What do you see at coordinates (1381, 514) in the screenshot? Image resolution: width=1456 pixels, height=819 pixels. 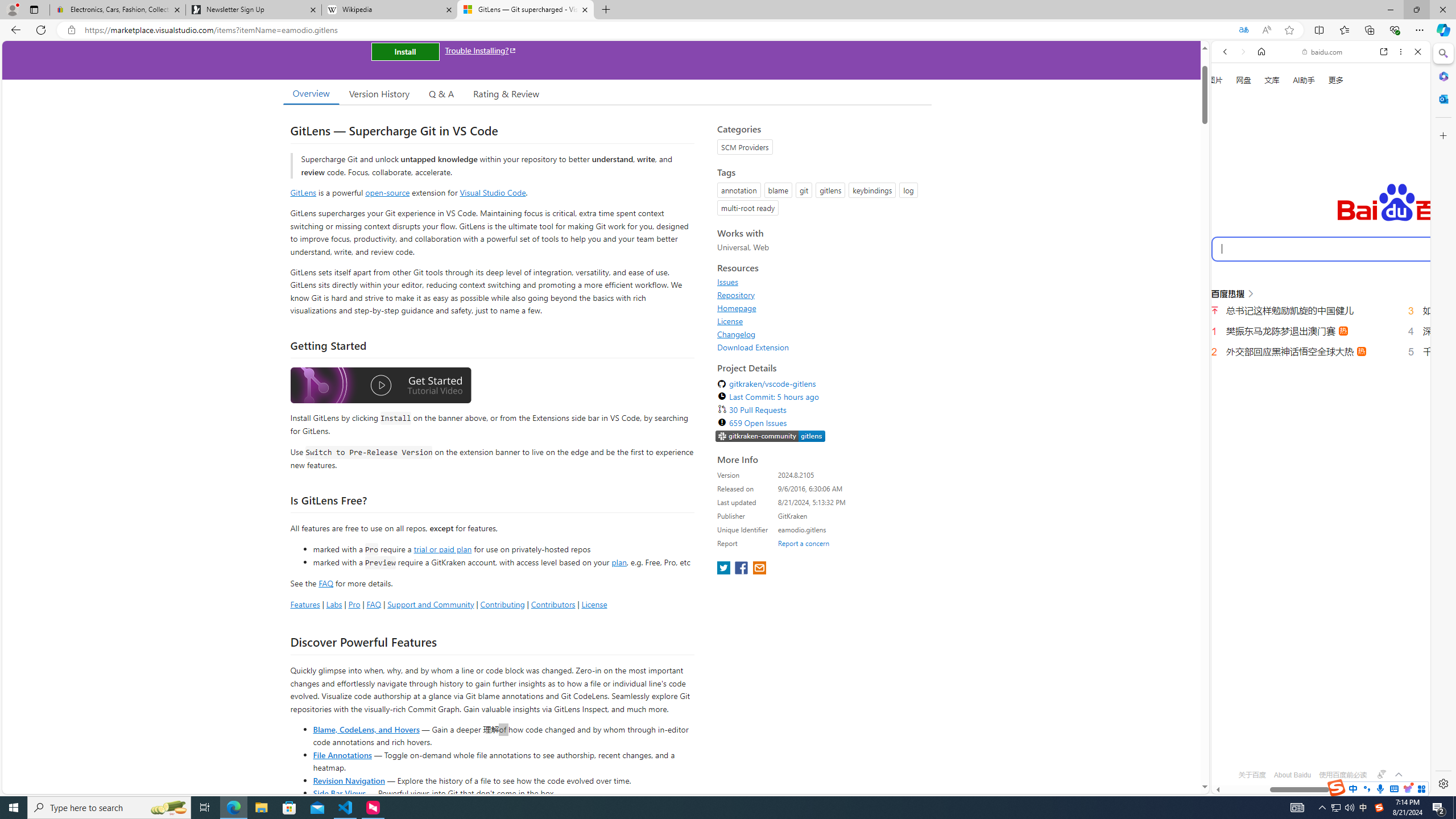 I see `'Actions for this site'` at bounding box center [1381, 514].